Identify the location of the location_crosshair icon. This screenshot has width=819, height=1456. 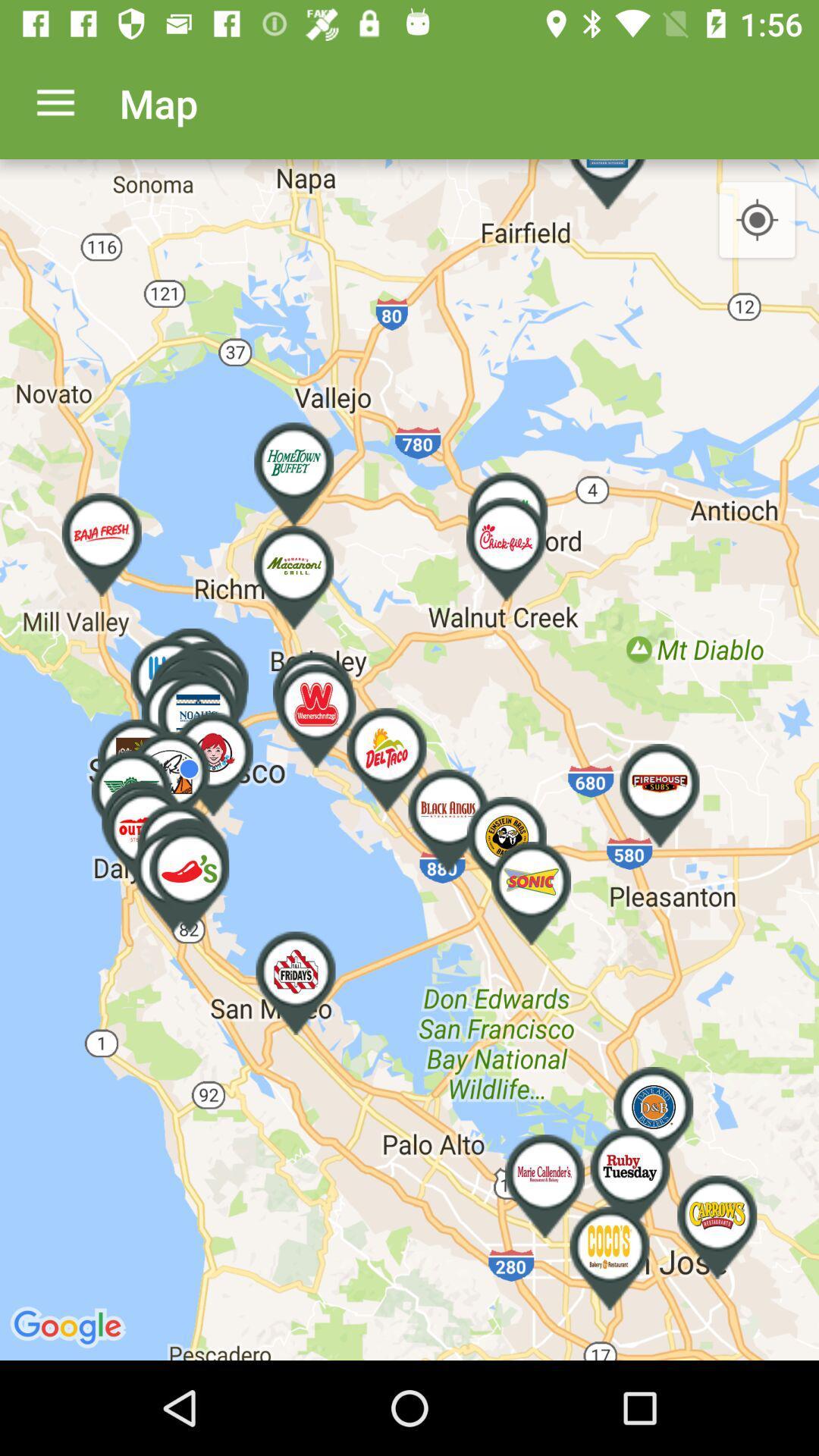
(757, 220).